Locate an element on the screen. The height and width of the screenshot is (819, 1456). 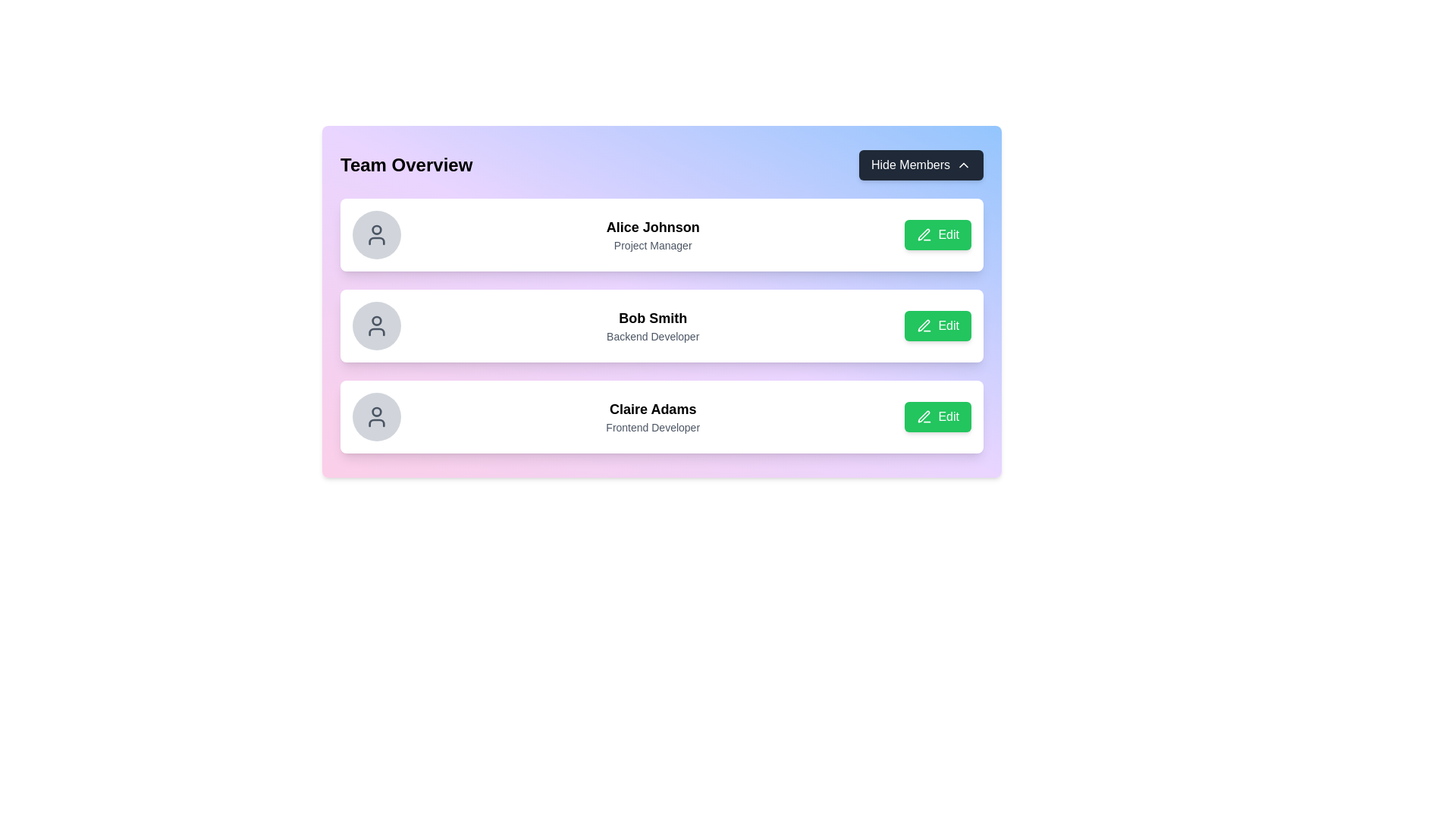
the team member card which is the second item in the list, displaying their details and an edit button is located at coordinates (662, 301).